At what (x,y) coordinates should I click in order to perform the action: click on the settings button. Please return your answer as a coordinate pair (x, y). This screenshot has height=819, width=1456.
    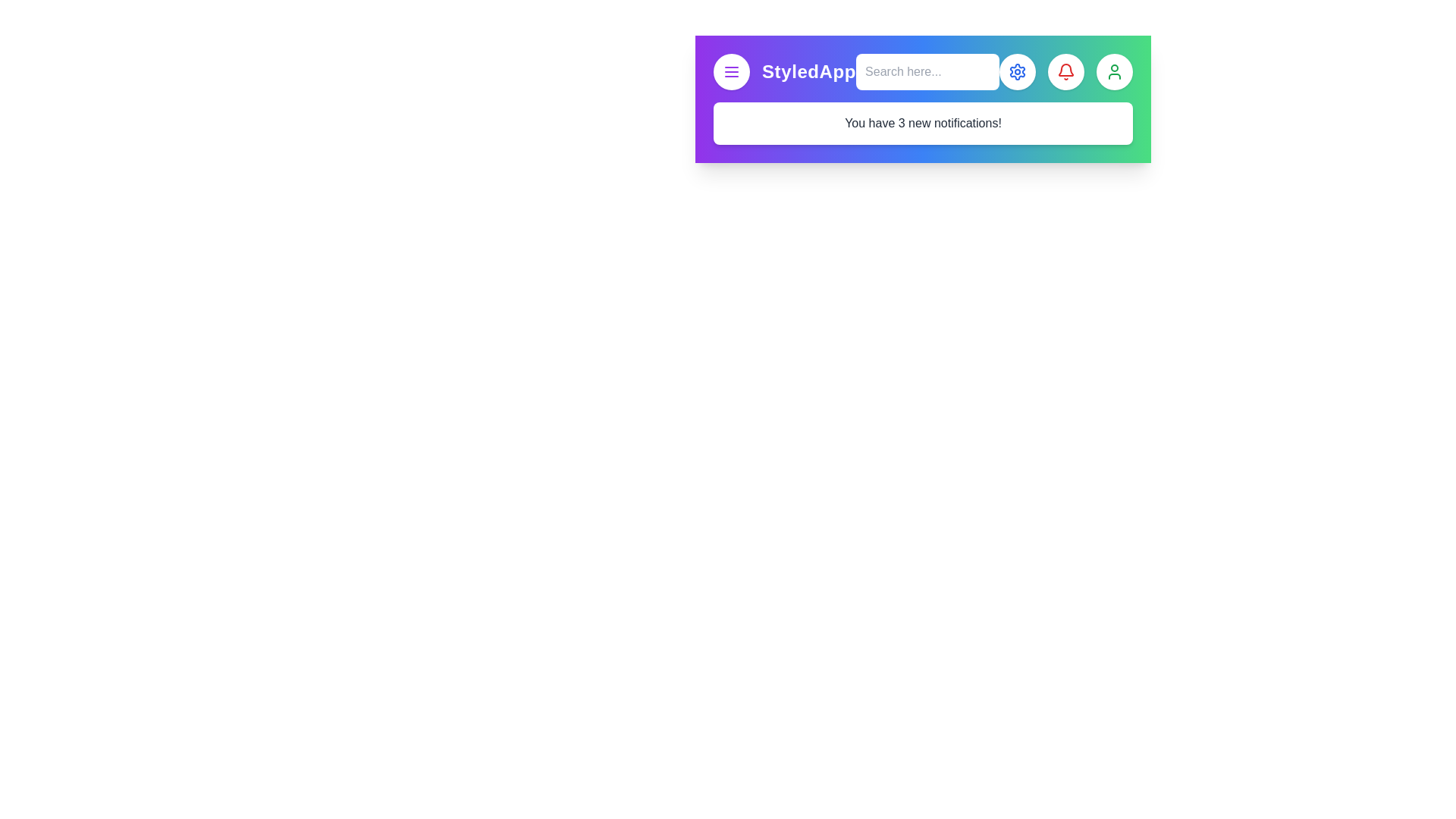
    Looking at the image, I should click on (1018, 72).